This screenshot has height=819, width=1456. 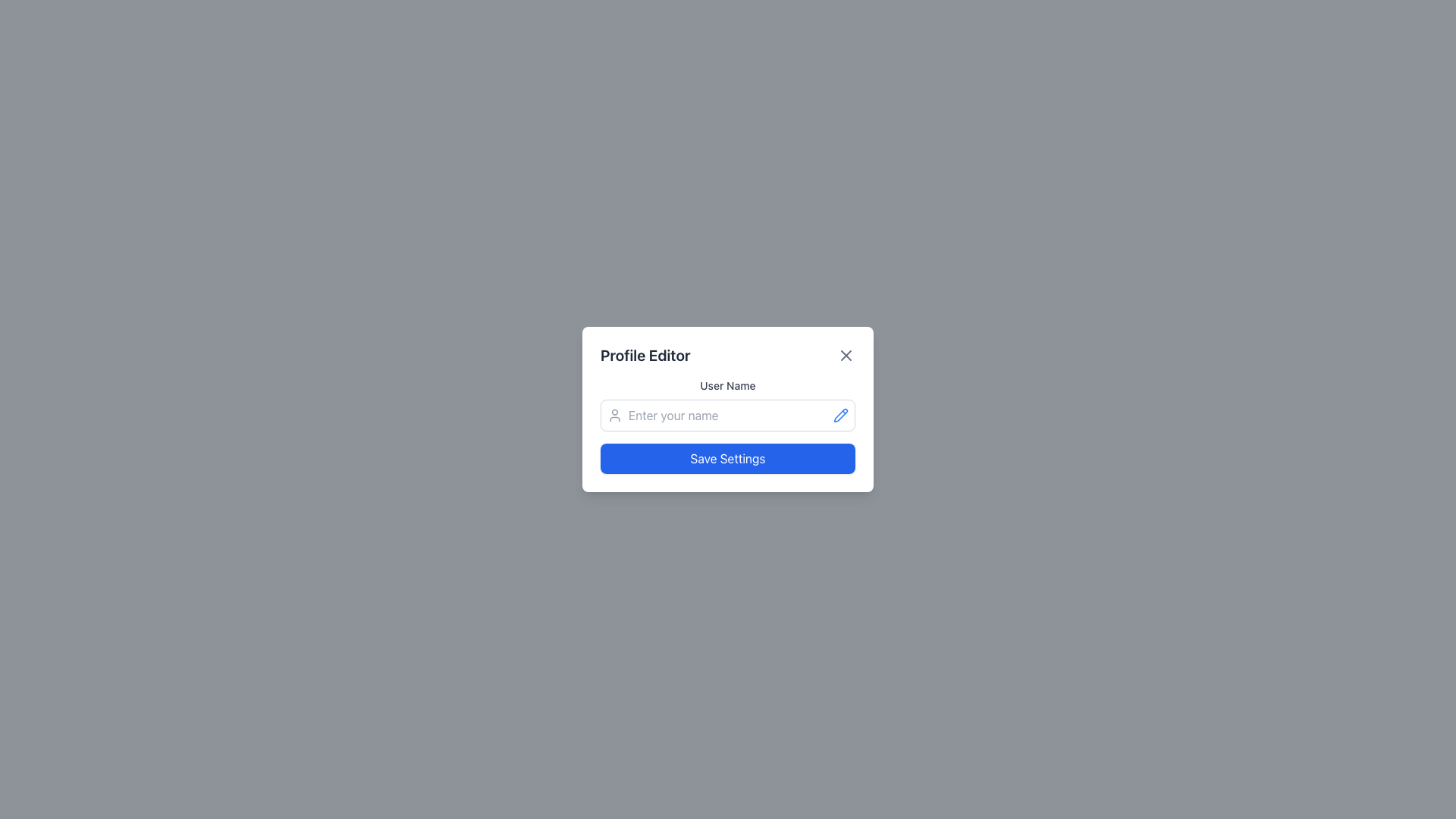 What do you see at coordinates (645, 356) in the screenshot?
I see `the Text Label element that serves as a title for the profile editor modal, located in the top-left corner adjacent to the close button` at bounding box center [645, 356].